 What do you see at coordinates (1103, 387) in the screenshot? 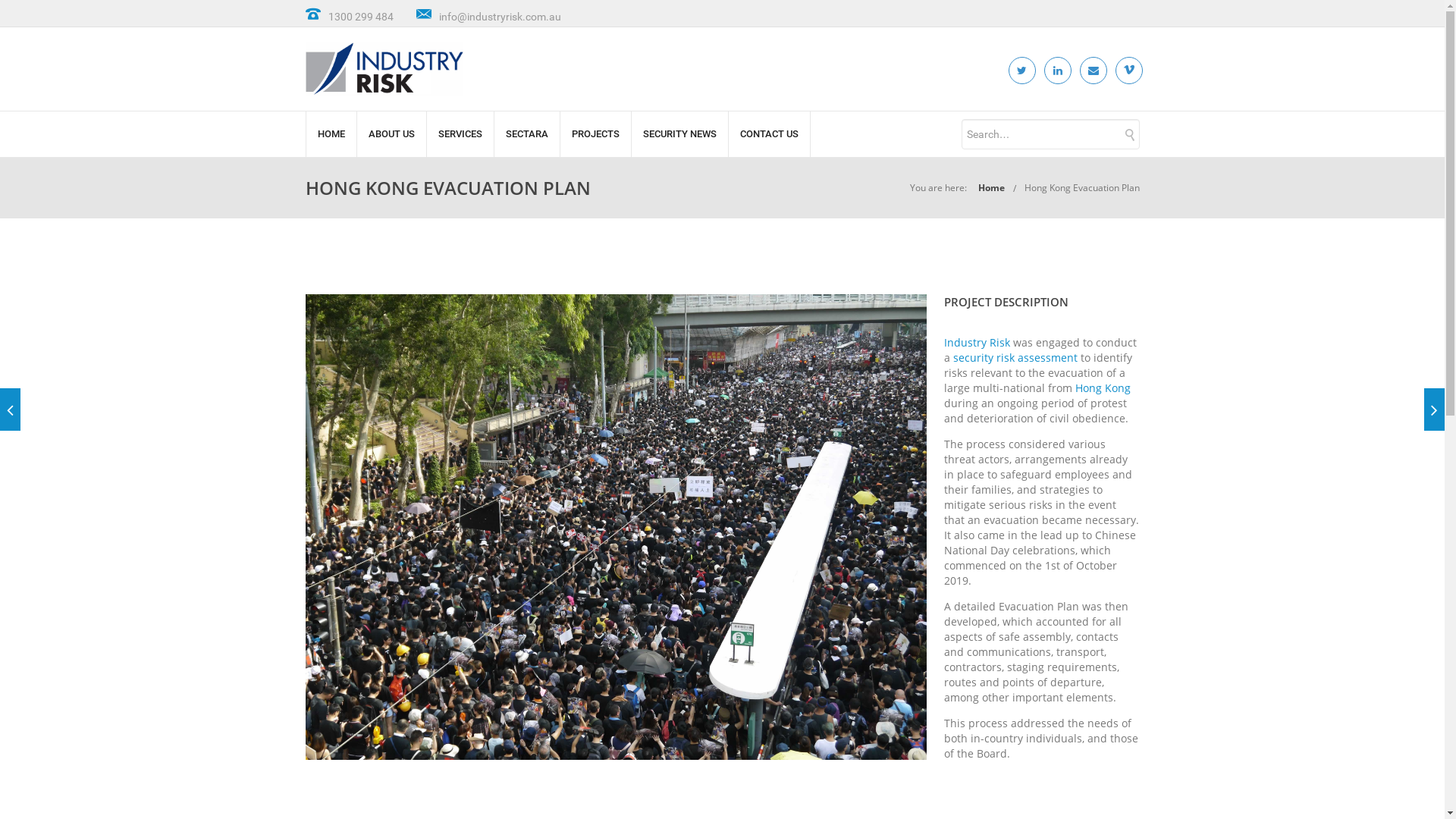
I see `'Hong Kong'` at bounding box center [1103, 387].